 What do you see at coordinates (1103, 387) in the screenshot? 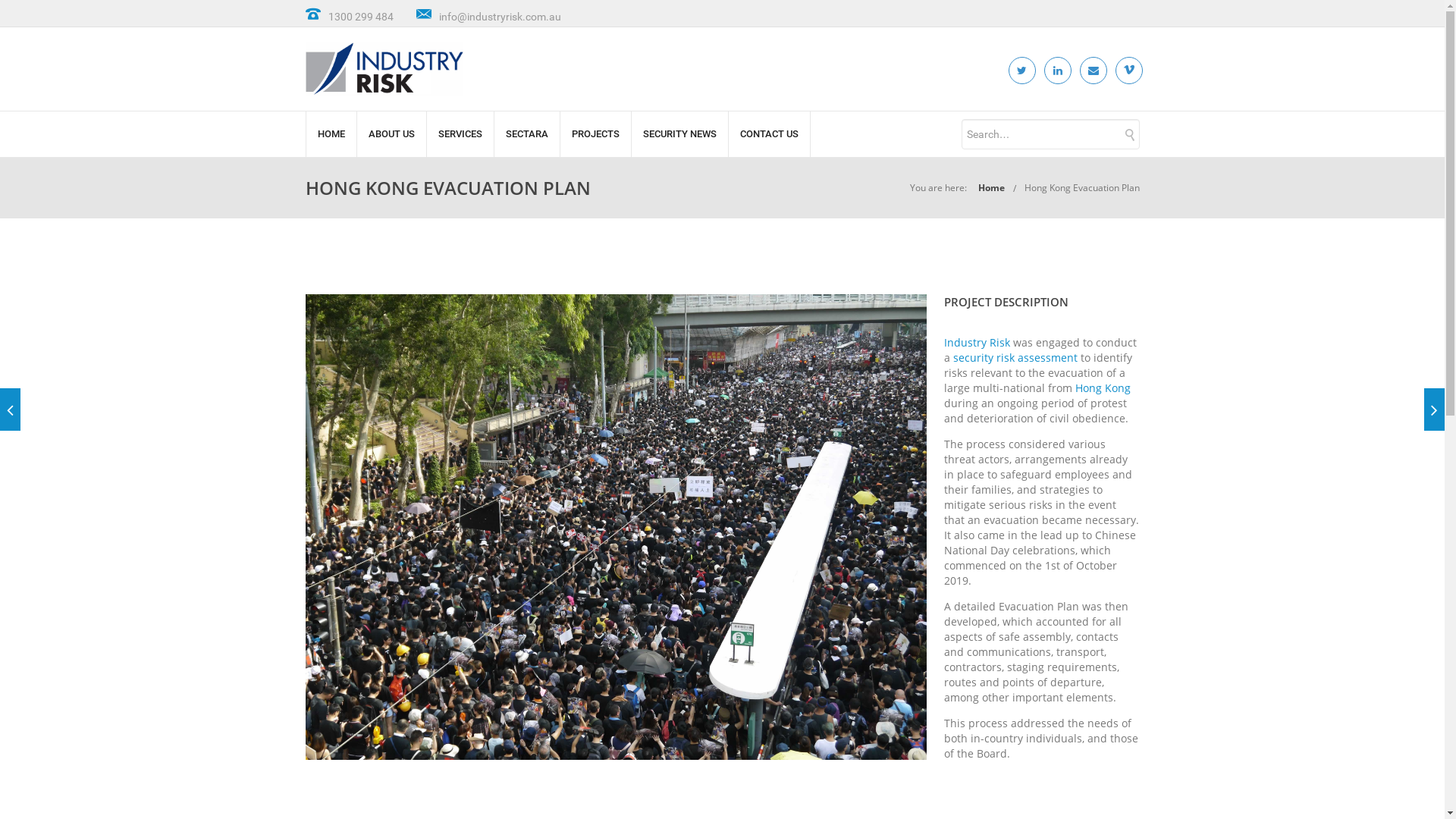
I see `'Hong Kong'` at bounding box center [1103, 387].